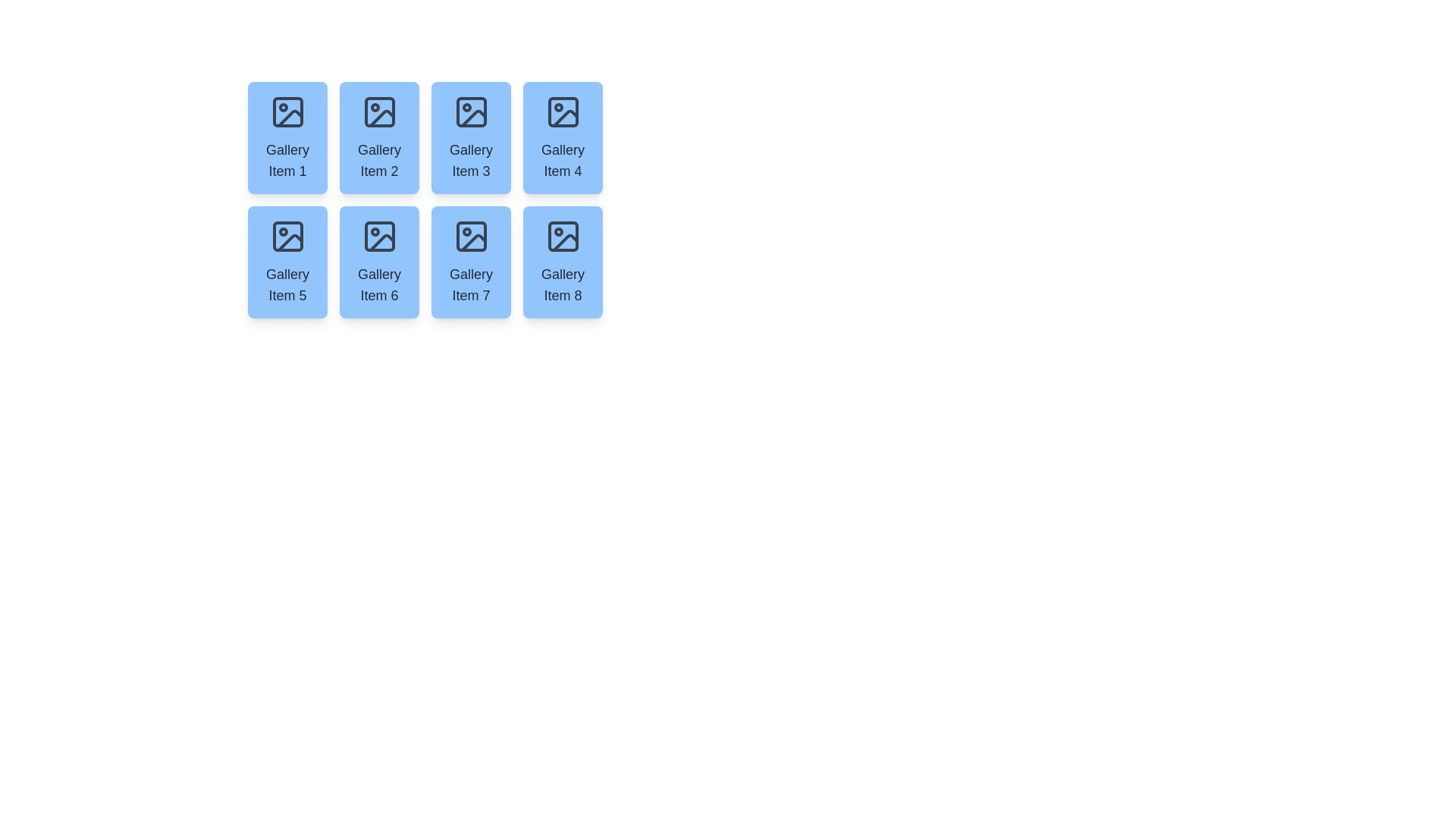 This screenshot has height=819, width=1456. Describe the element at coordinates (470, 137) in the screenshot. I see `the static display card located in the top row, third position from the left in the gallery grid` at that location.